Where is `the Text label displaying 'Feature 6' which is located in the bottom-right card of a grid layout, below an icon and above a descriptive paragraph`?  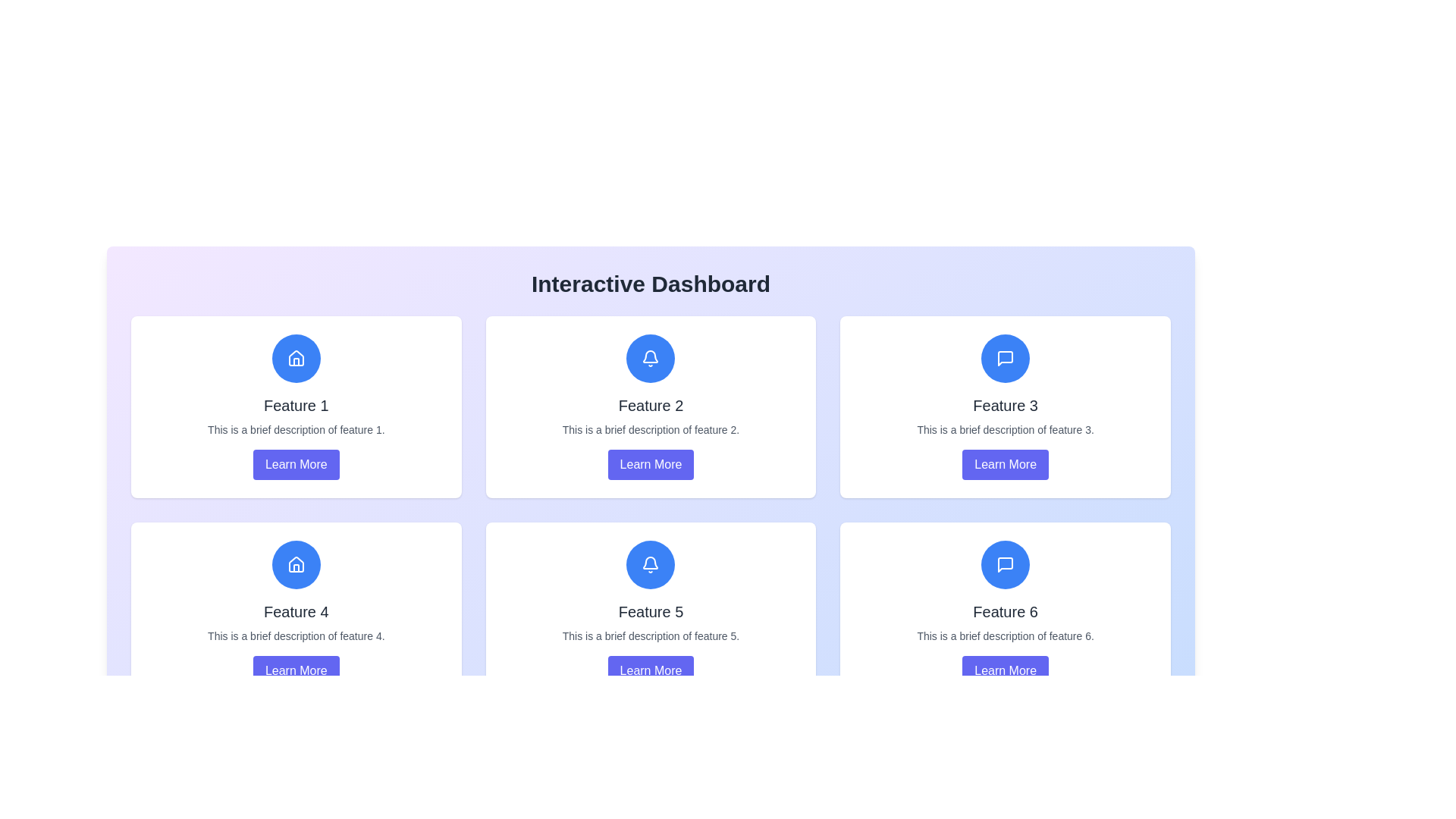 the Text label displaying 'Feature 6' which is located in the bottom-right card of a grid layout, below an icon and above a descriptive paragraph is located at coordinates (1006, 610).